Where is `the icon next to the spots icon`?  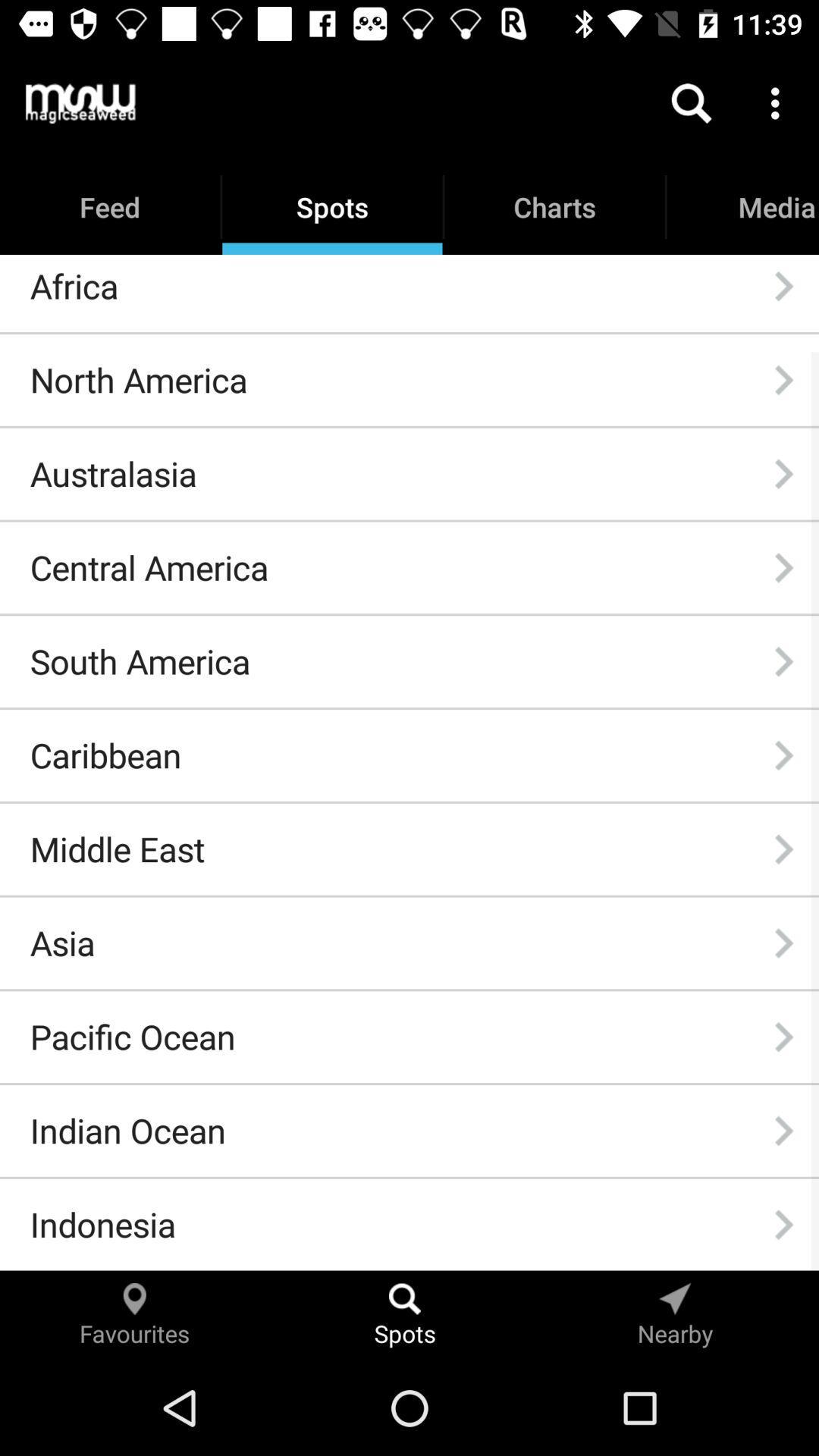
the icon next to the spots icon is located at coordinates (80, 102).